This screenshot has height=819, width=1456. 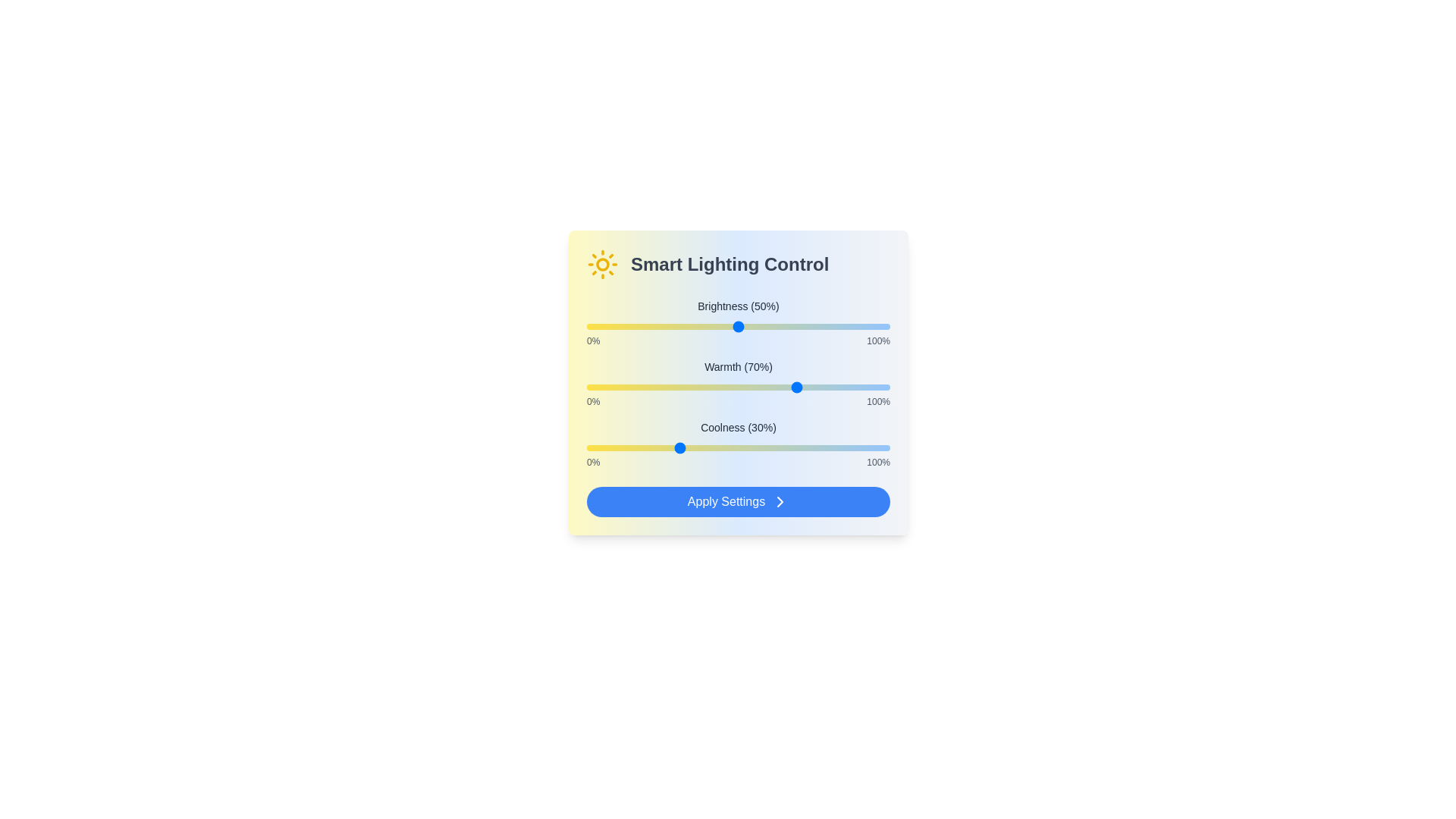 I want to click on the Coolness slider to 82%, so click(x=835, y=447).